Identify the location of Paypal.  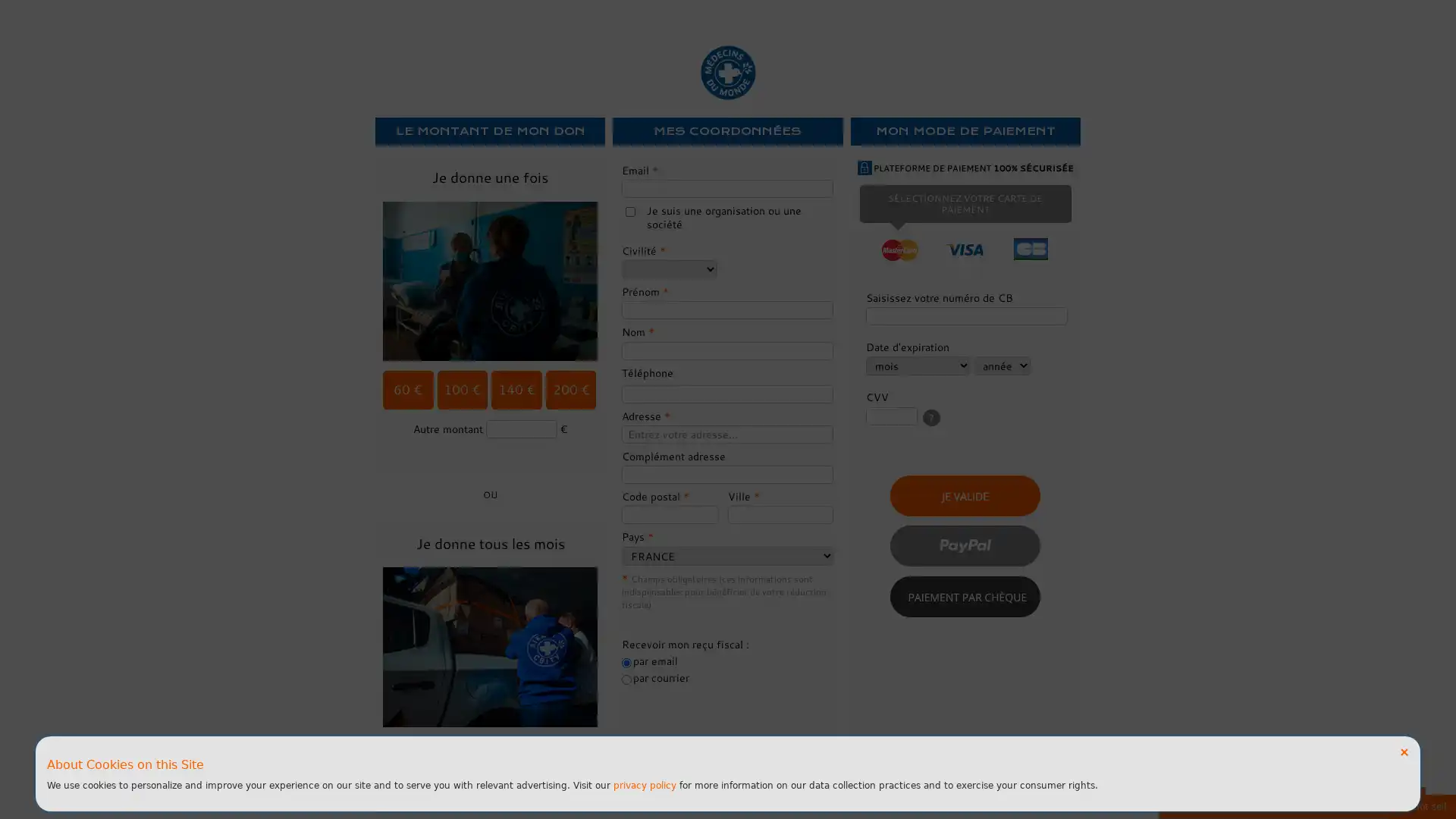
(964, 544).